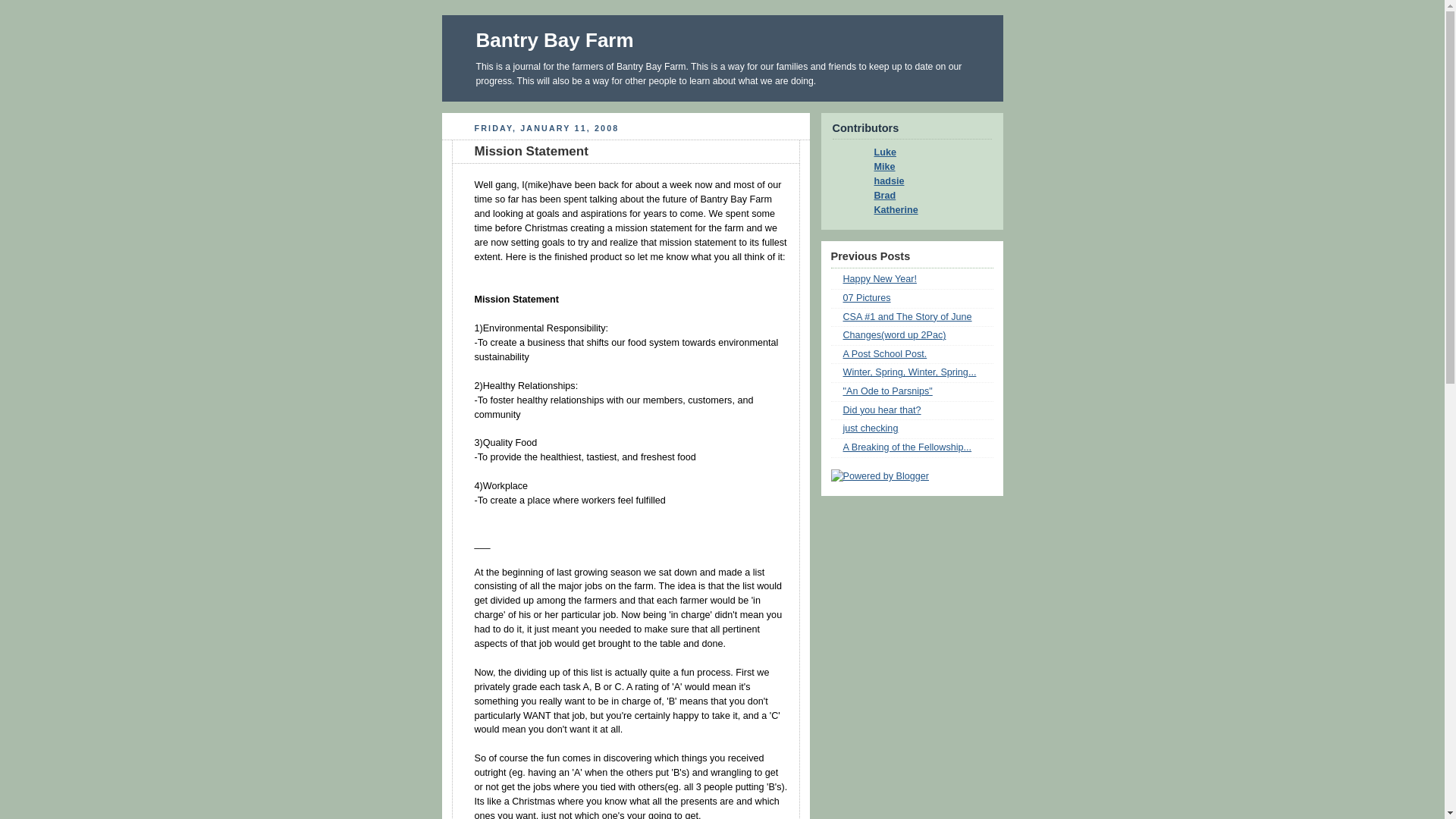 This screenshot has height=819, width=1456. Describe the element at coordinates (885, 353) in the screenshot. I see `'A Post School Post.'` at that location.